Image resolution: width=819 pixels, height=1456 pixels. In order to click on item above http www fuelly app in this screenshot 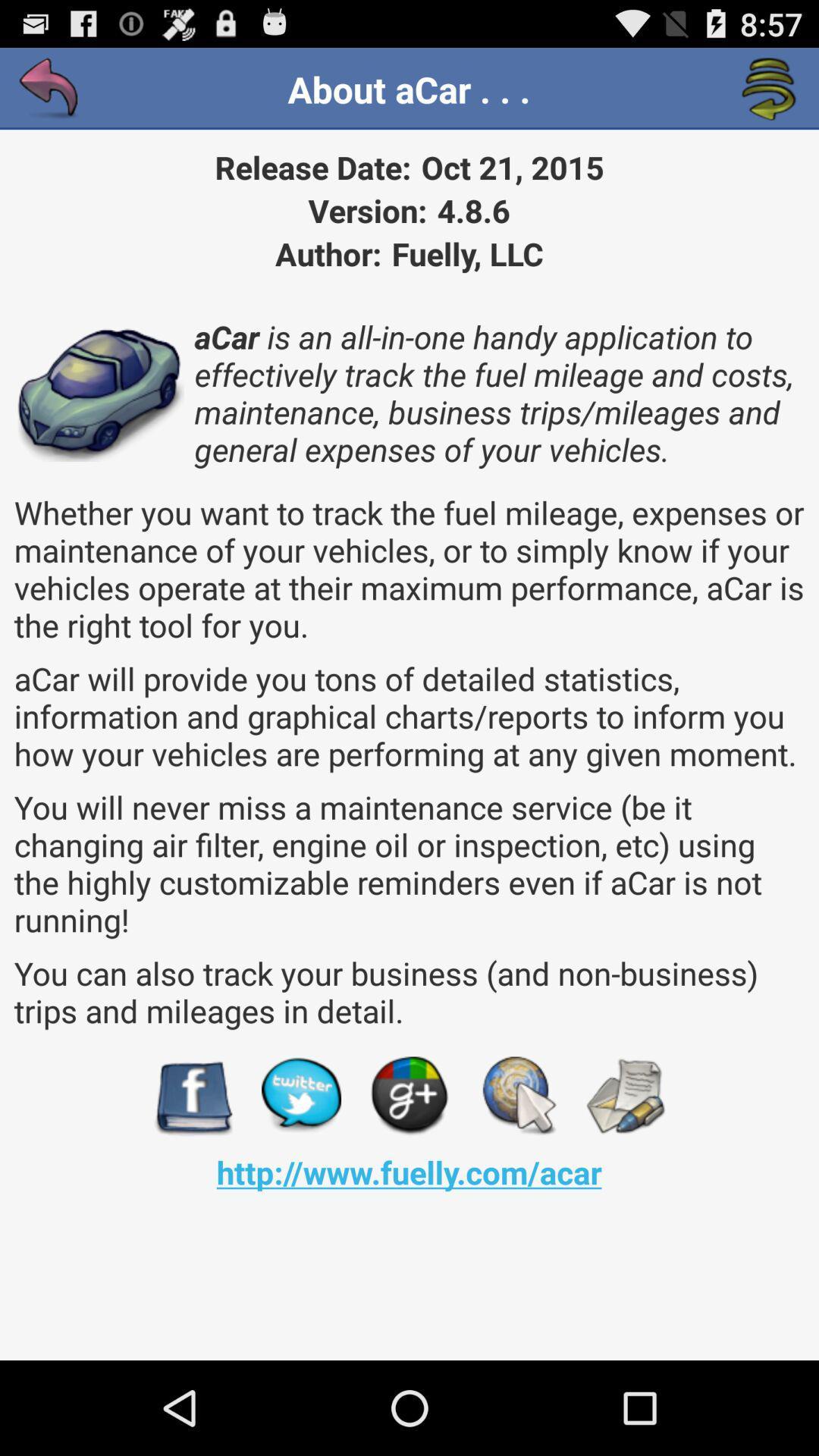, I will do `click(192, 1096)`.